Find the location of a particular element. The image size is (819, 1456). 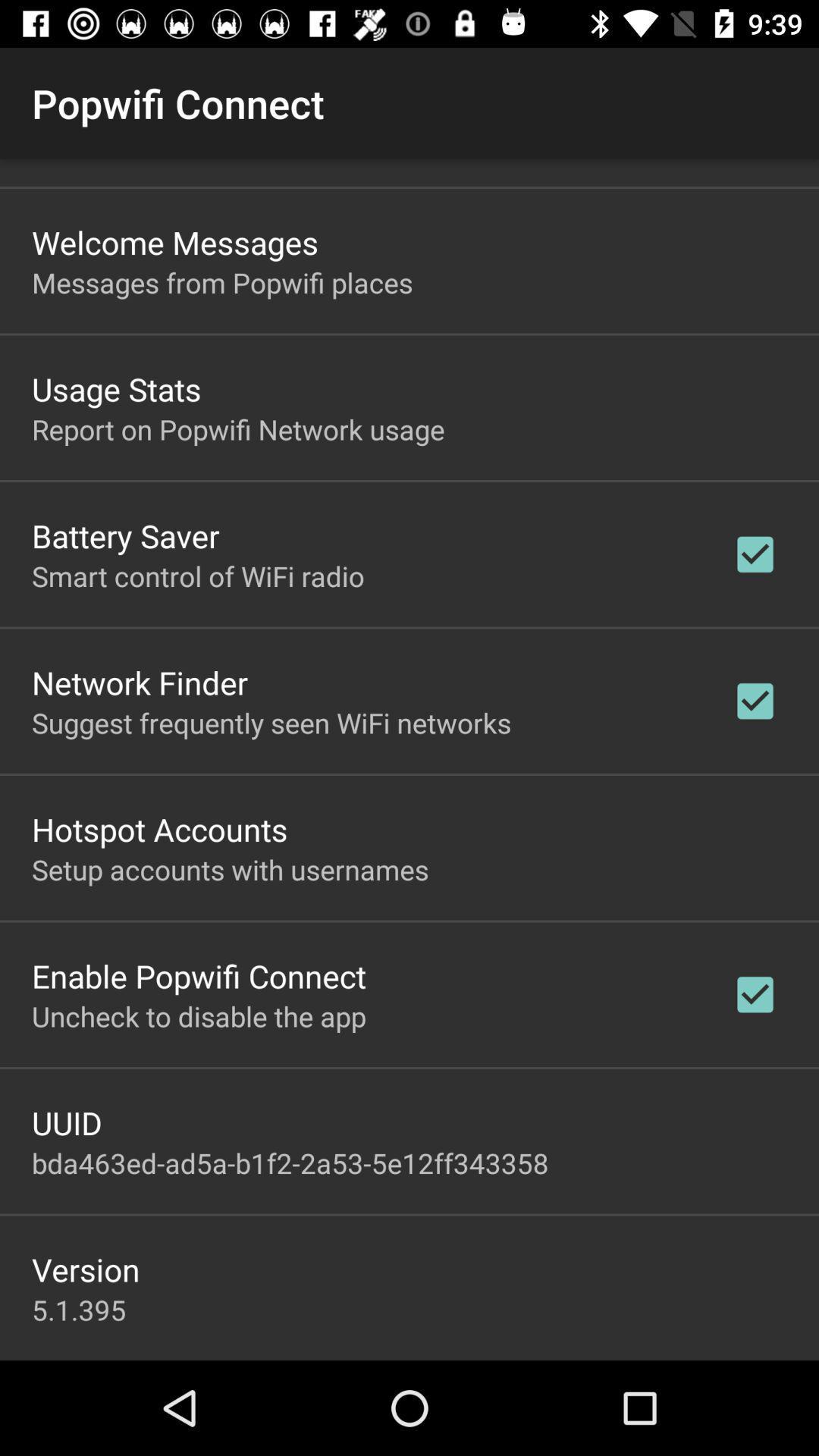

the item below the version app is located at coordinates (79, 1309).